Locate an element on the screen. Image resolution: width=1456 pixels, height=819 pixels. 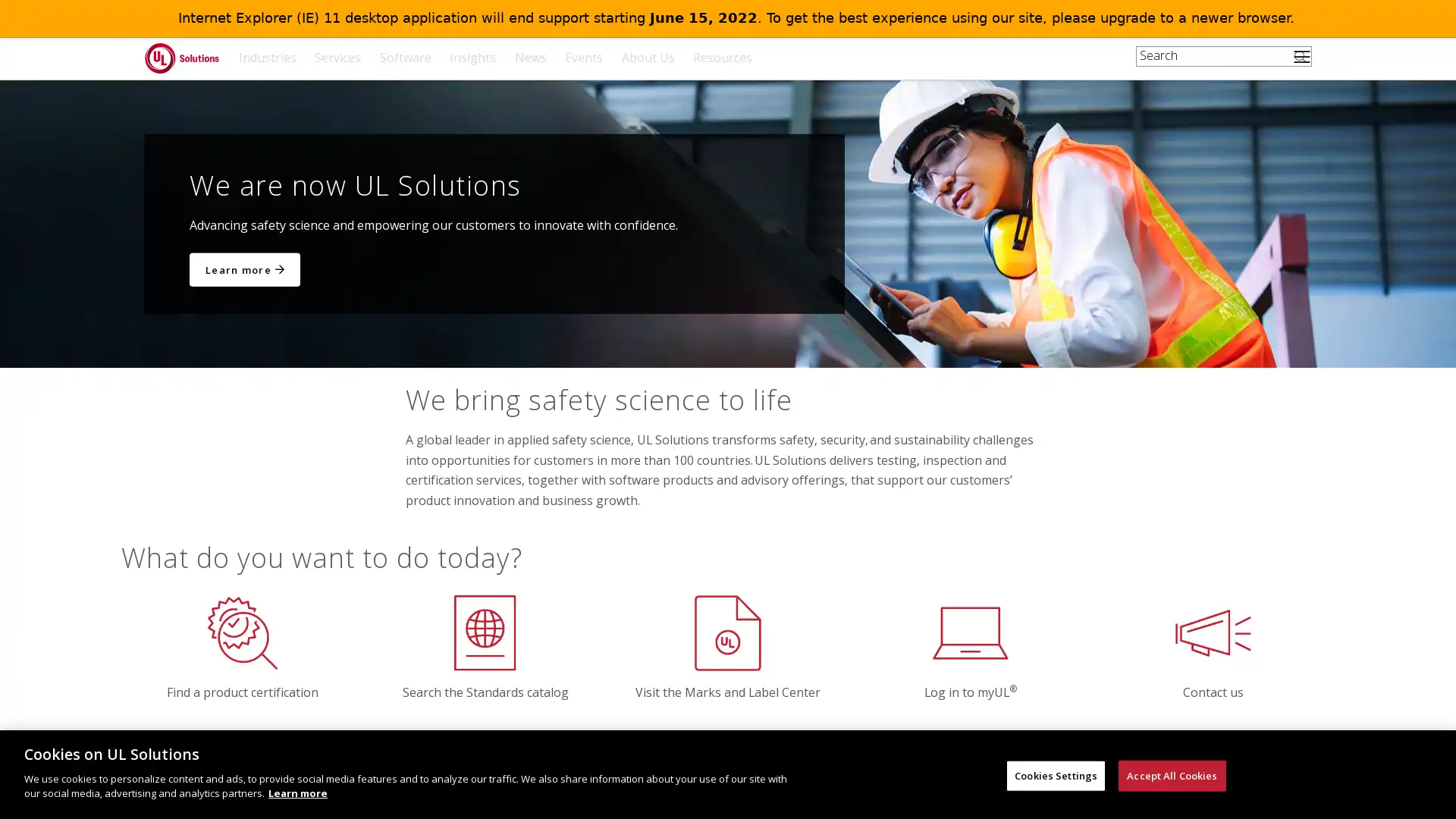
Cookies Settings is located at coordinates (1055, 775).